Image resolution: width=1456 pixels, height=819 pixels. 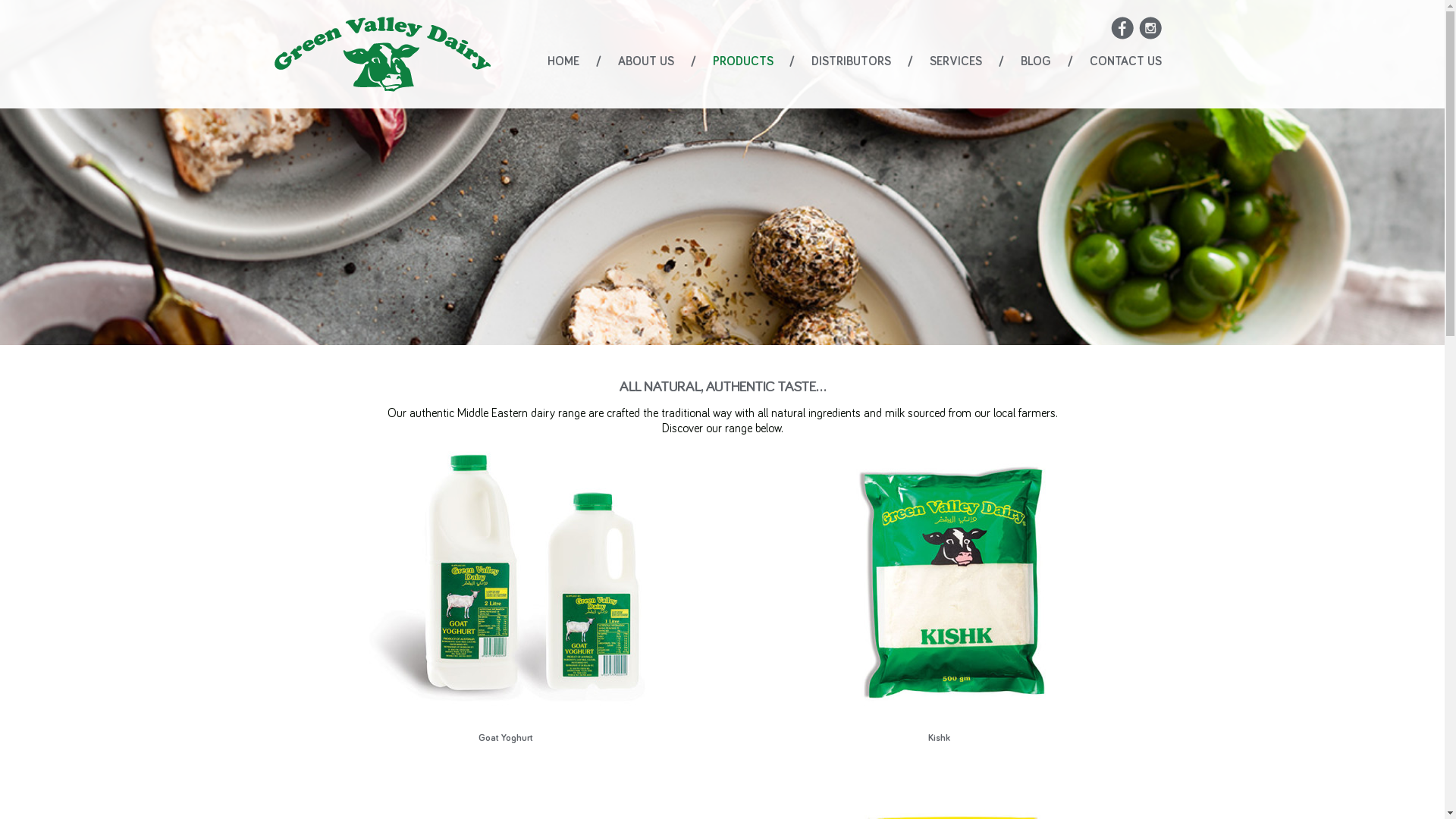 What do you see at coordinates (811, 61) in the screenshot?
I see `'DISTRIBUTORS'` at bounding box center [811, 61].